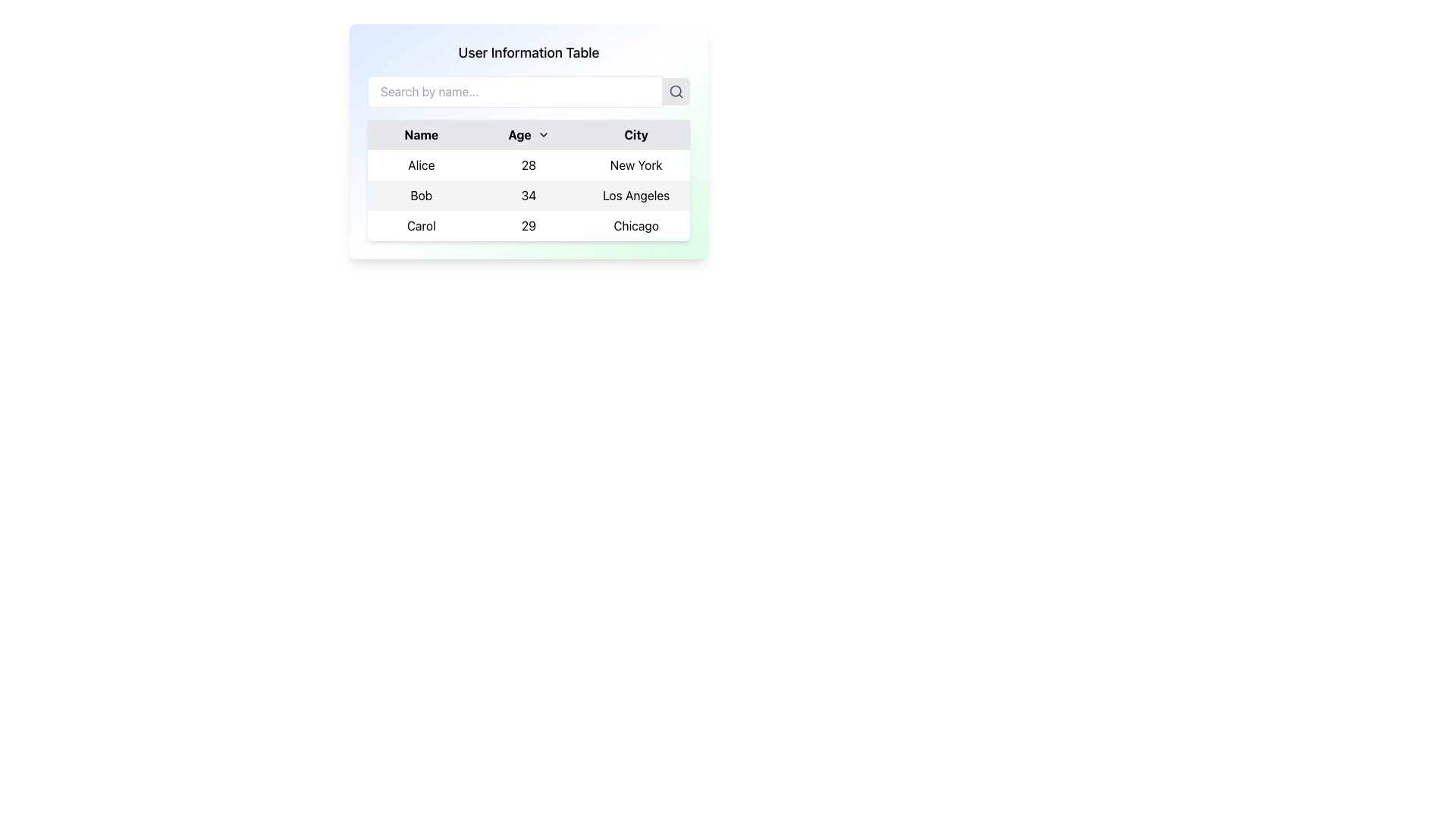 The width and height of the screenshot is (1456, 819). What do you see at coordinates (529, 225) in the screenshot?
I see `the third row of the table that contains the text items 'Carol', '29', and 'Chicago'` at bounding box center [529, 225].